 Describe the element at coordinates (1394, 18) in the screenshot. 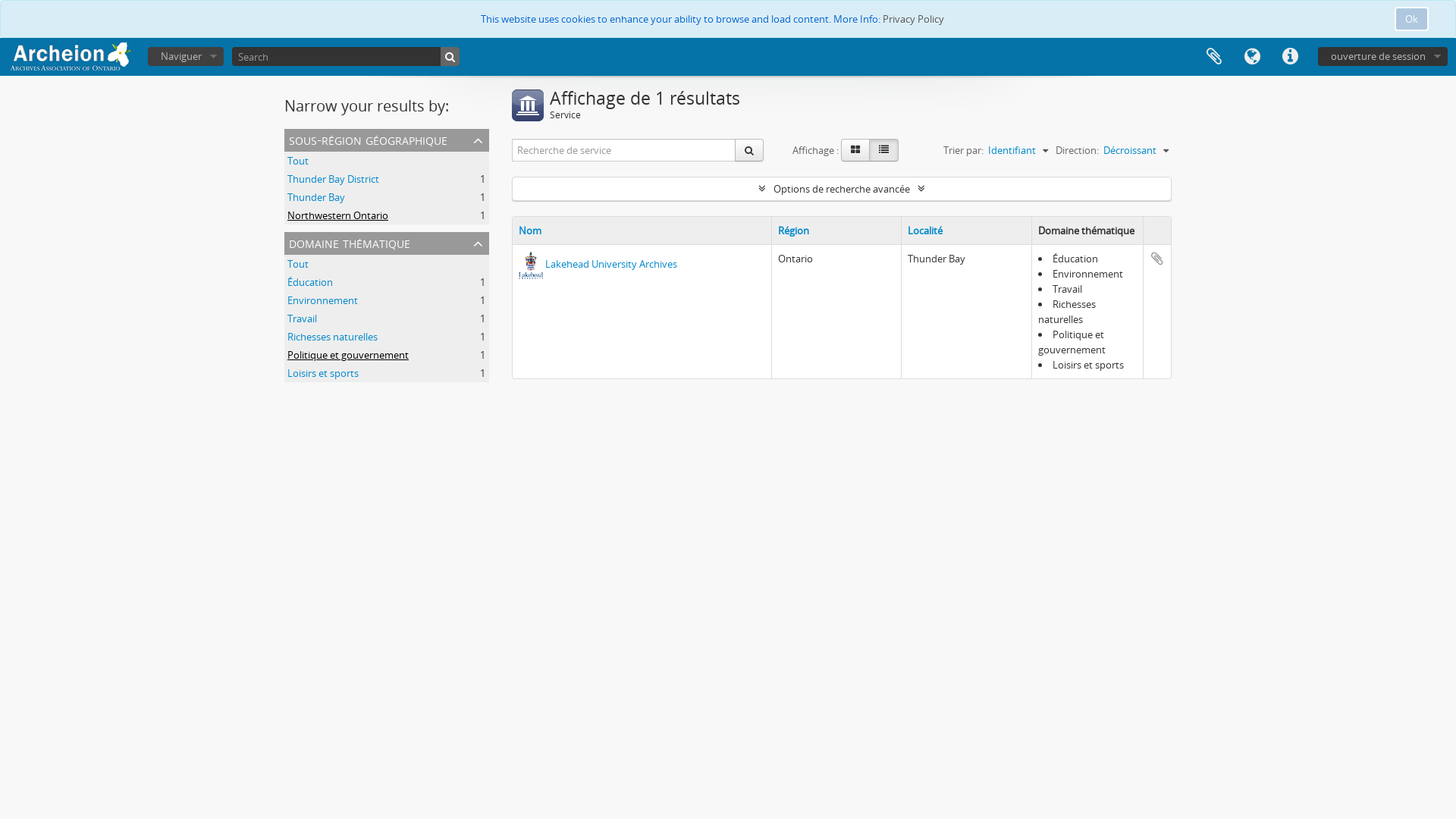

I see `'Ok'` at that location.